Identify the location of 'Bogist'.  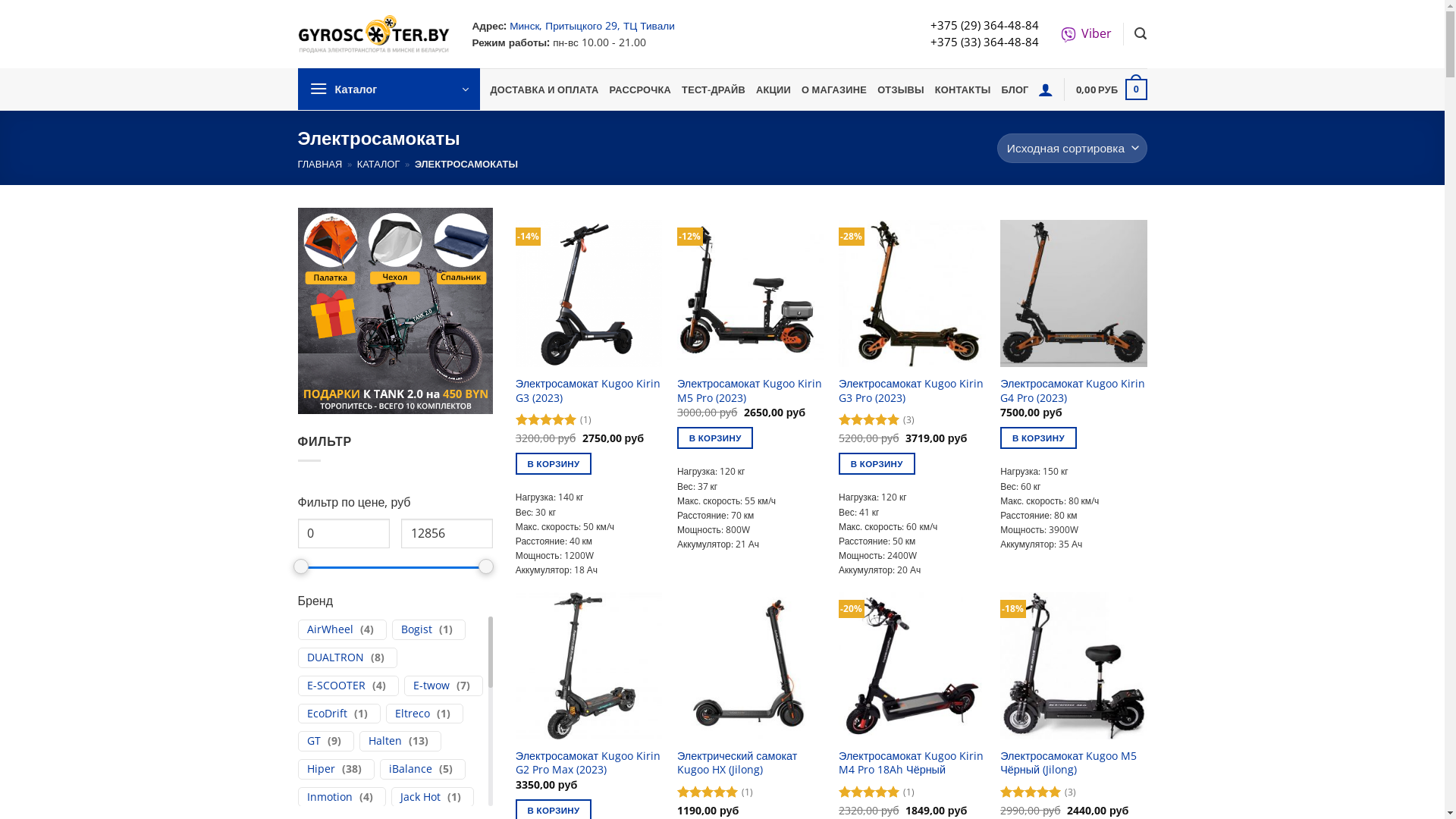
(416, 629).